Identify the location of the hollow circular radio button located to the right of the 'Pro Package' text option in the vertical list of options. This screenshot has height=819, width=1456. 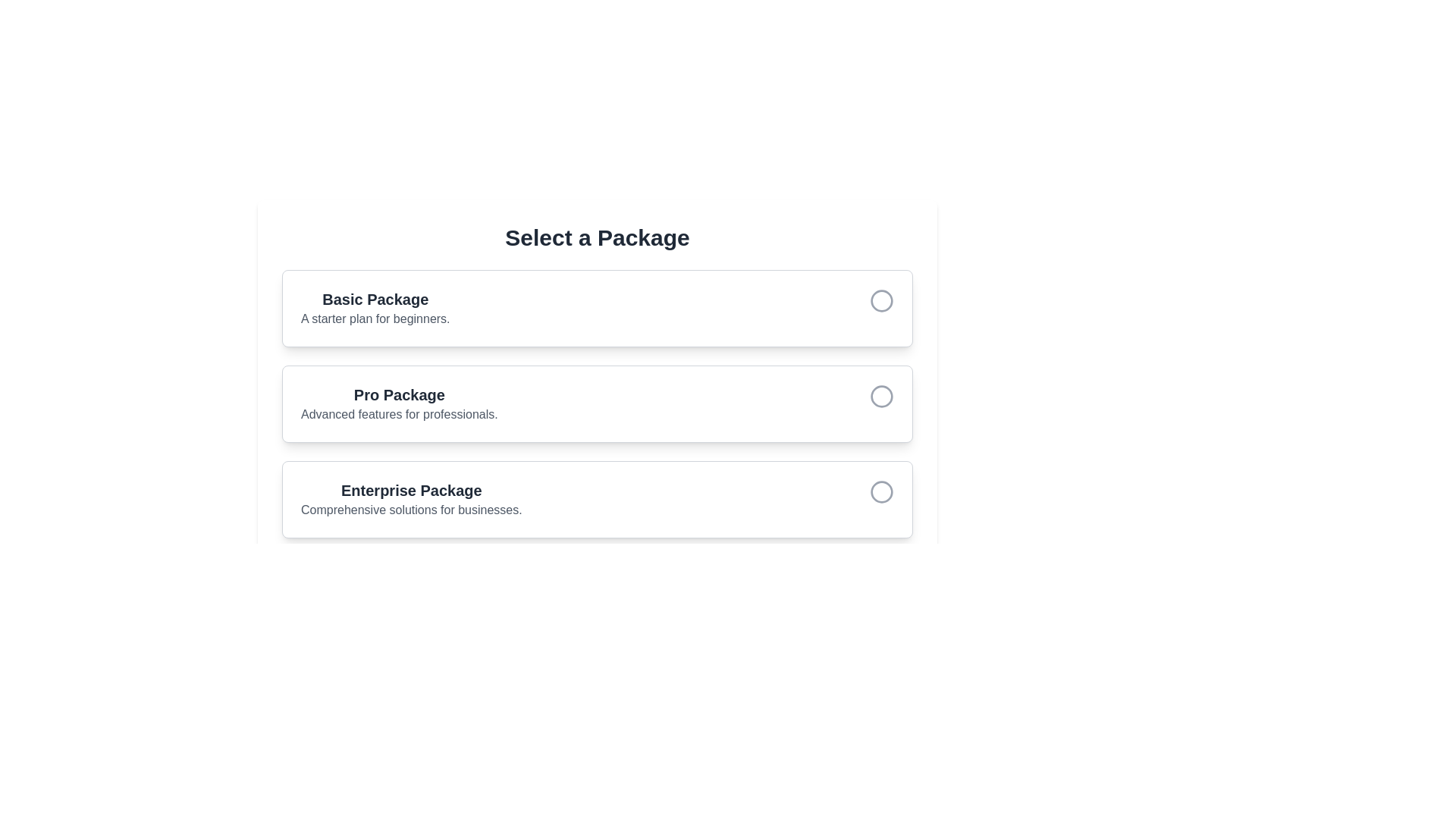
(881, 396).